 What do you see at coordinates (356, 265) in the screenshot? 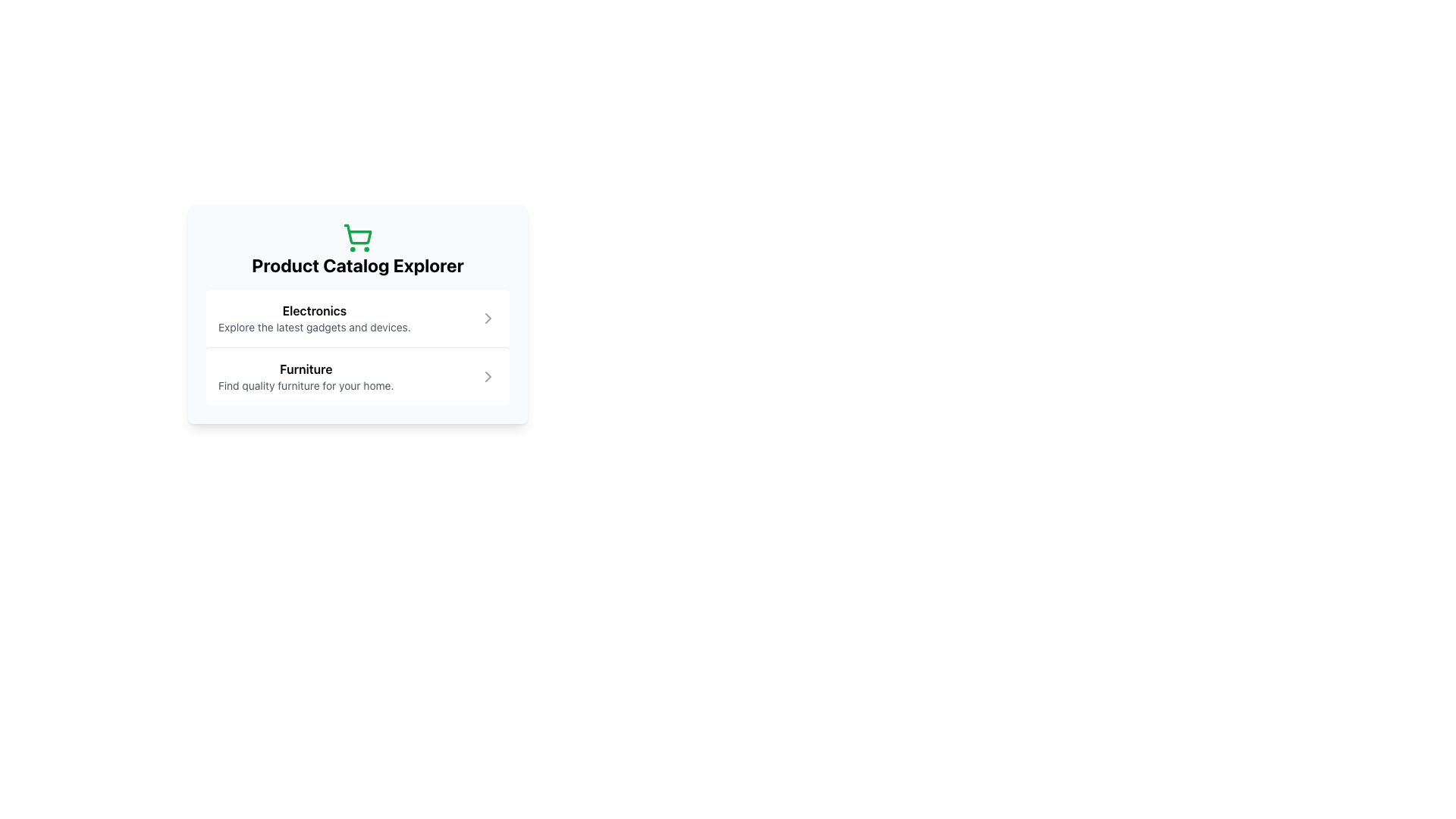
I see `the bold black text block displaying 'Product Catalog Explorer', which is centered below the shopping cart icon` at bounding box center [356, 265].